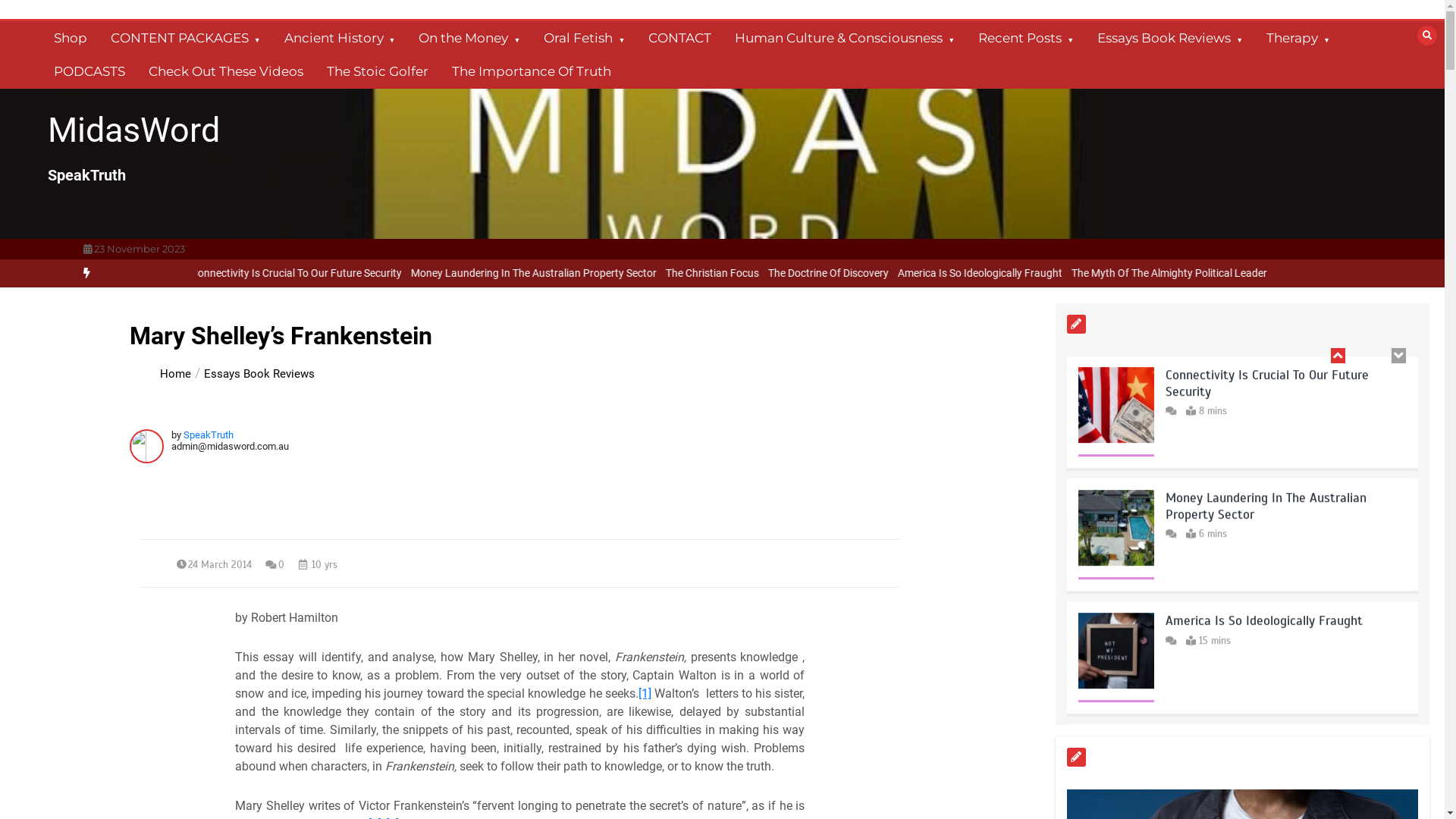  I want to click on '[1]', so click(645, 693).